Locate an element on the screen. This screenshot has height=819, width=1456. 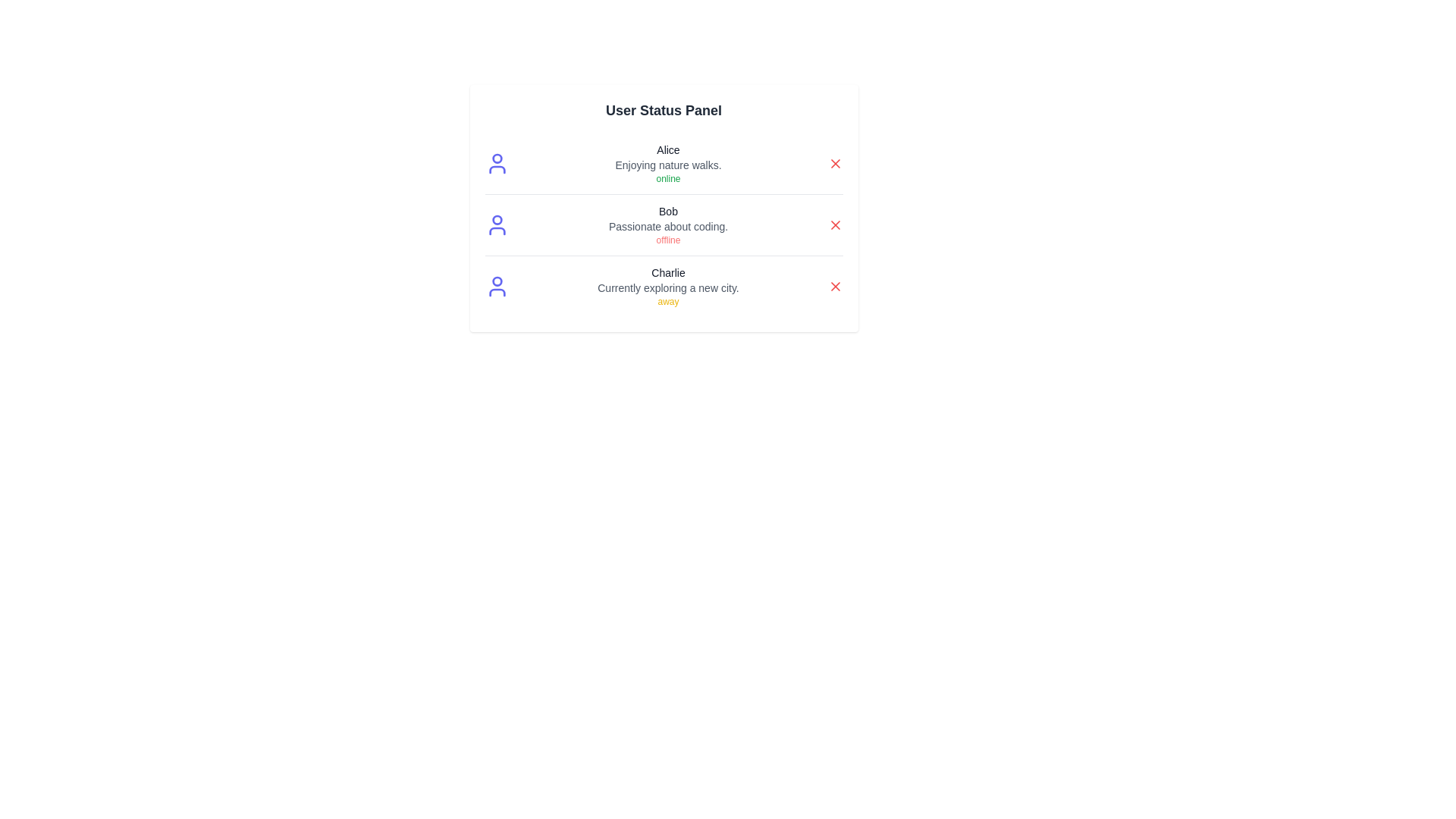
the button located at the far-right side of the row labeled 'Bob', which is marked as 'offline' is located at coordinates (834, 225).